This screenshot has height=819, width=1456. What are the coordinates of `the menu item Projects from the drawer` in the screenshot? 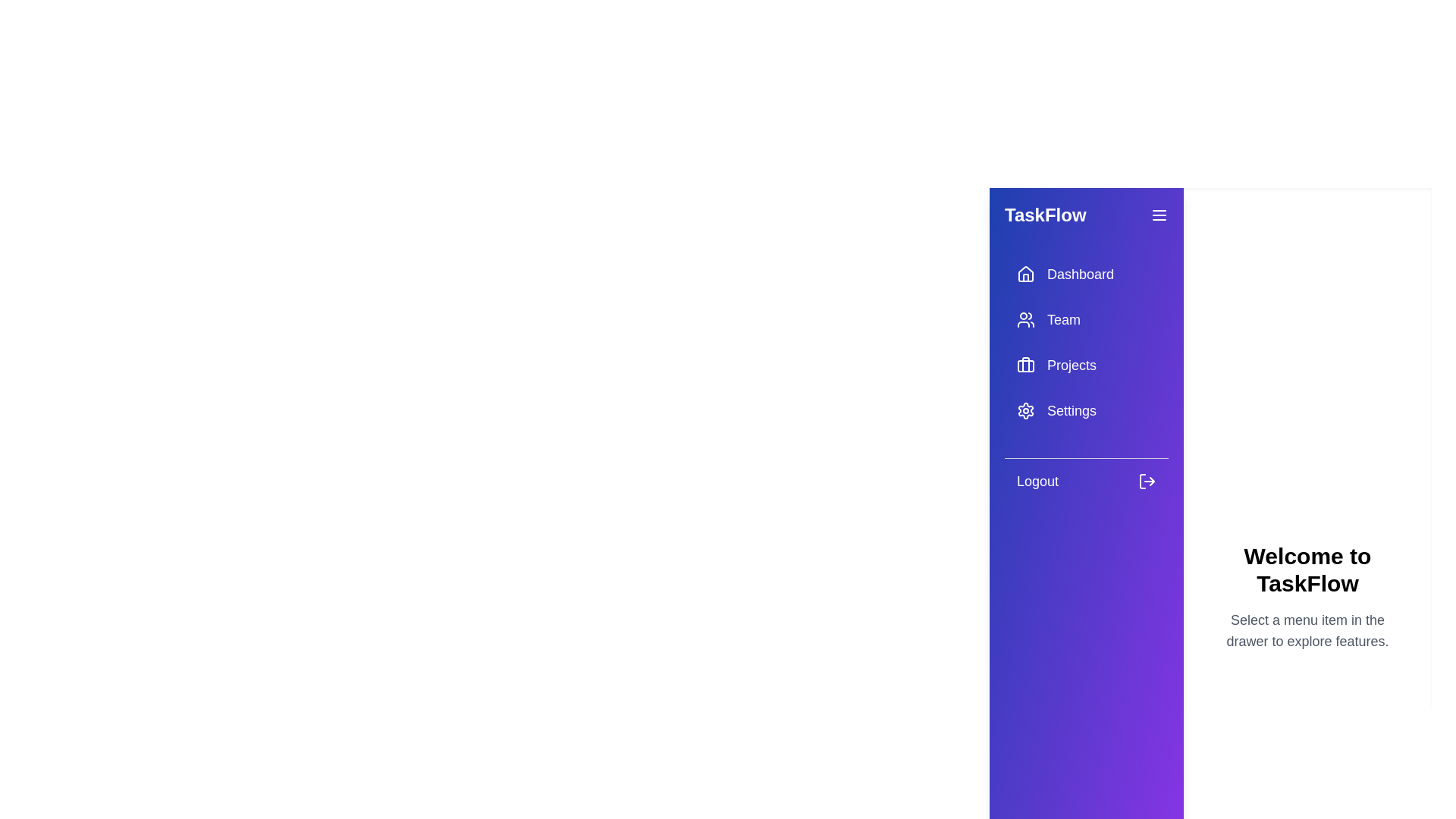 It's located at (1086, 366).